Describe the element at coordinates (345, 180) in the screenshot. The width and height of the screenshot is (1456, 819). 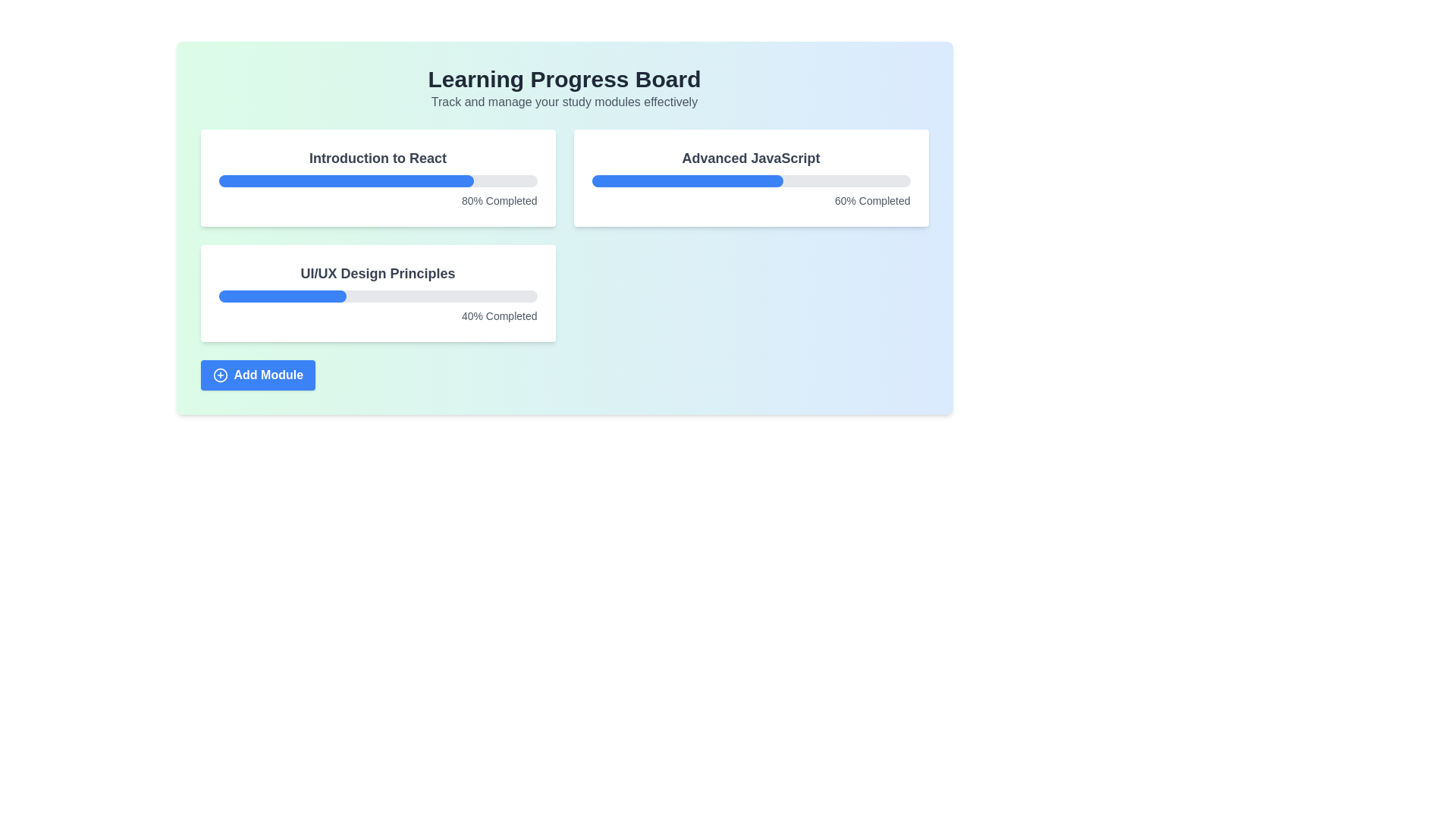
I see `the non-interactive progress bar indicator located underneath the title 'Introduction to React', which visually represents the current progress of an activity` at that location.